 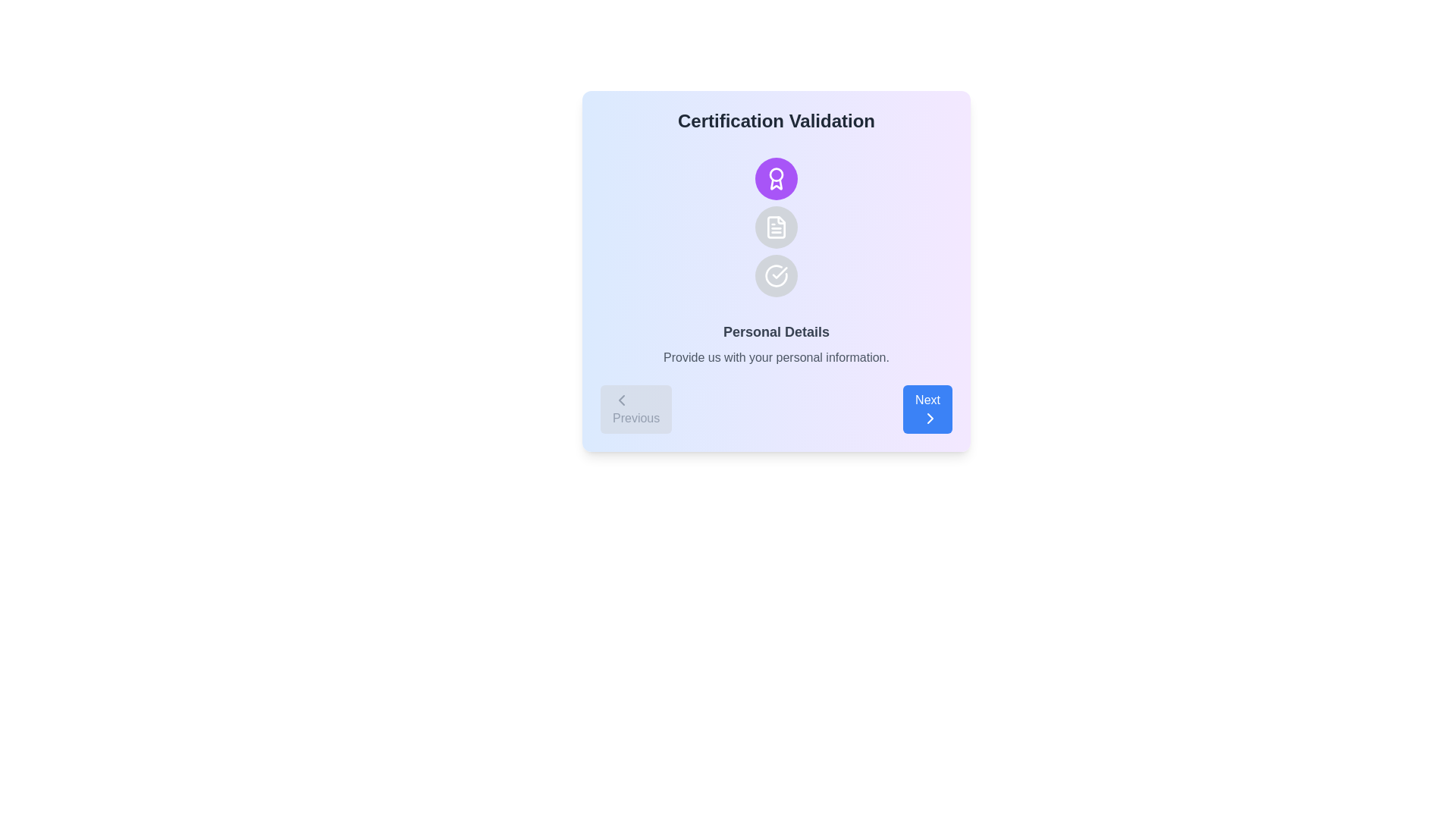 What do you see at coordinates (776, 331) in the screenshot?
I see `the 'Personal Details' text heading displayed in bold, large font with dark gray color, positioned centrally above the subtitle in the main content section` at bounding box center [776, 331].